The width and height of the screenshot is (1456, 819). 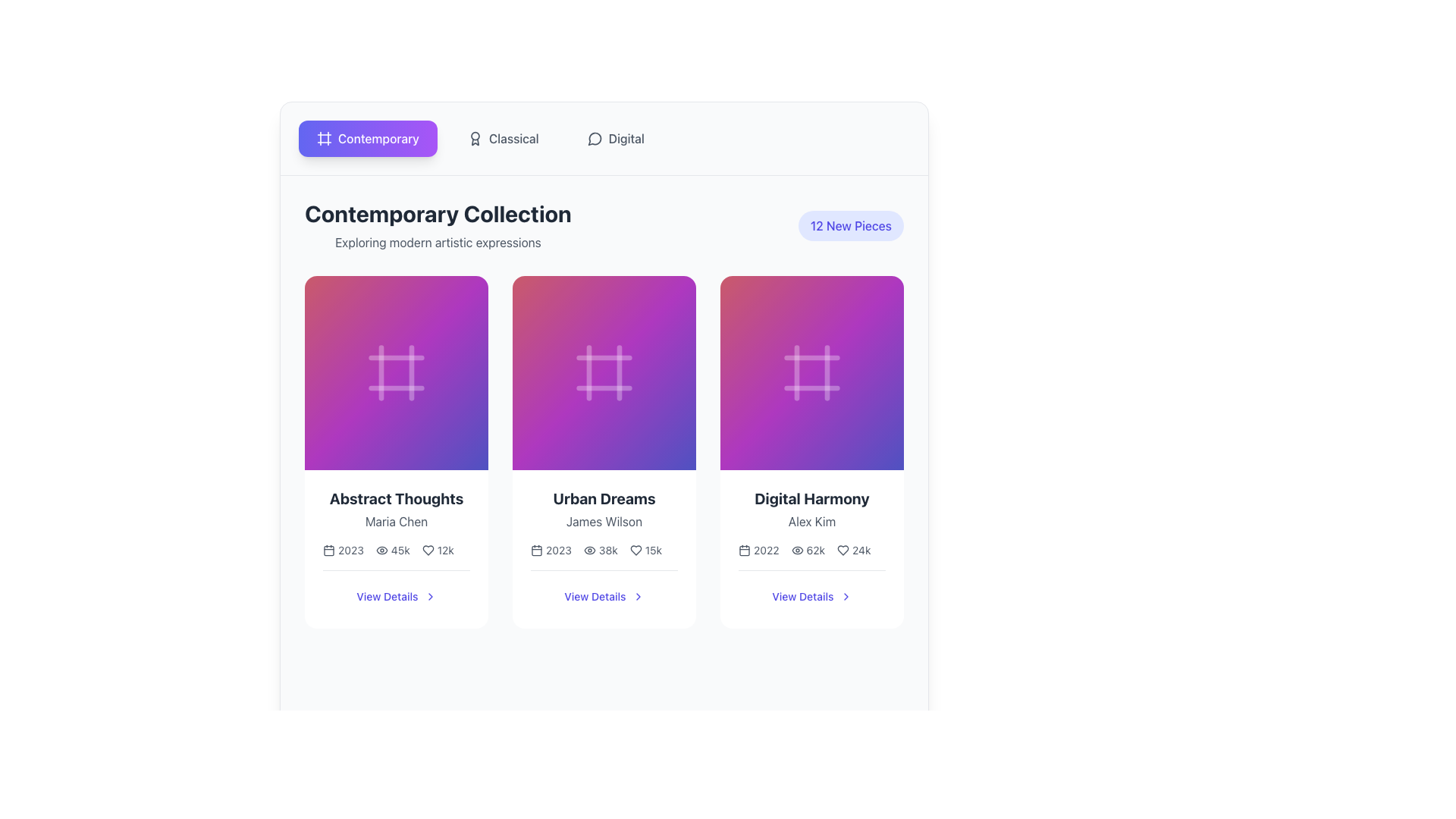 I want to click on the visibility icon located to the left of the '38k' text in the 'Urban Dreams' card in the middle column, so click(x=588, y=550).